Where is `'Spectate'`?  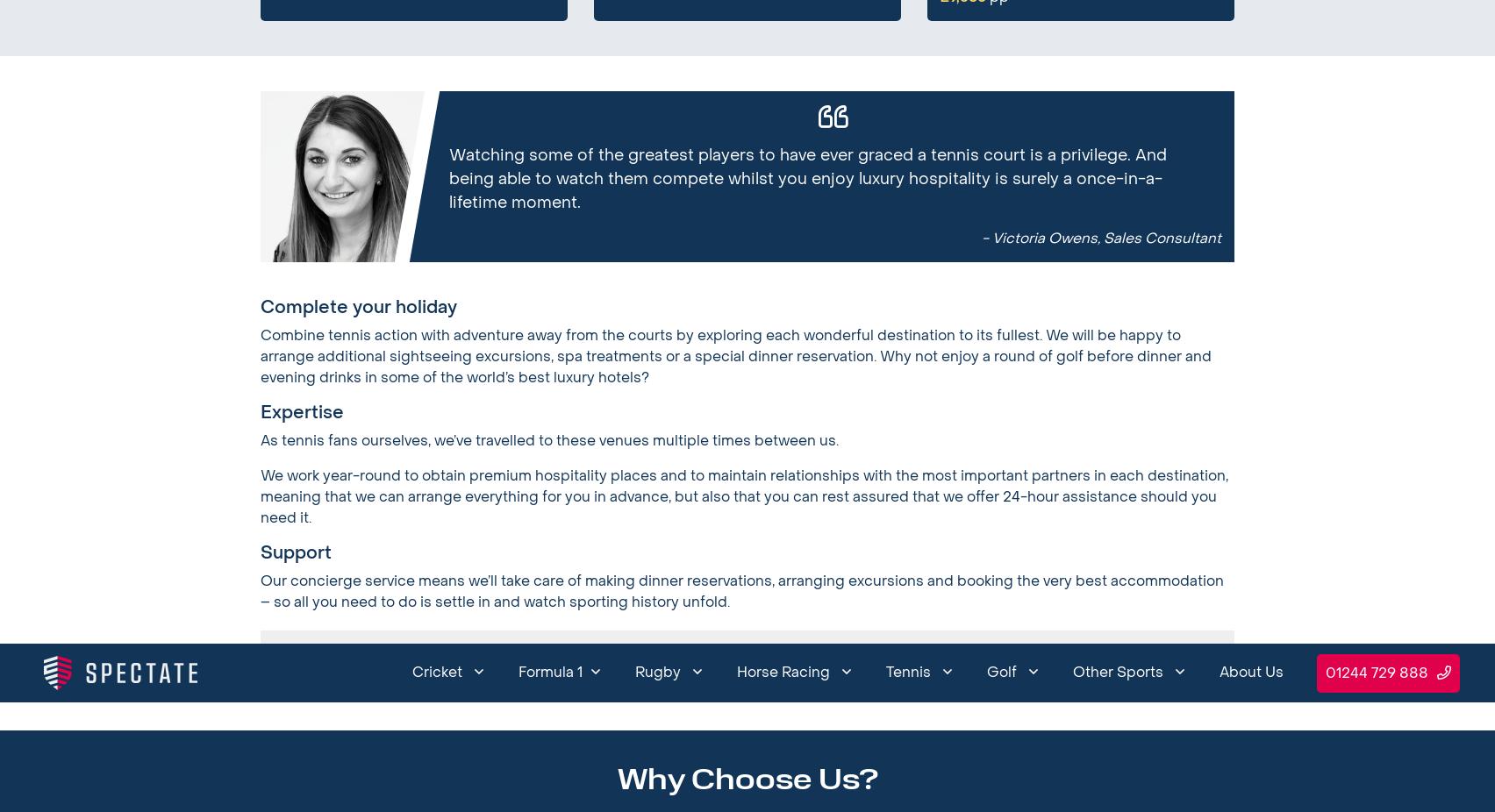
'Spectate' is located at coordinates (876, 123).